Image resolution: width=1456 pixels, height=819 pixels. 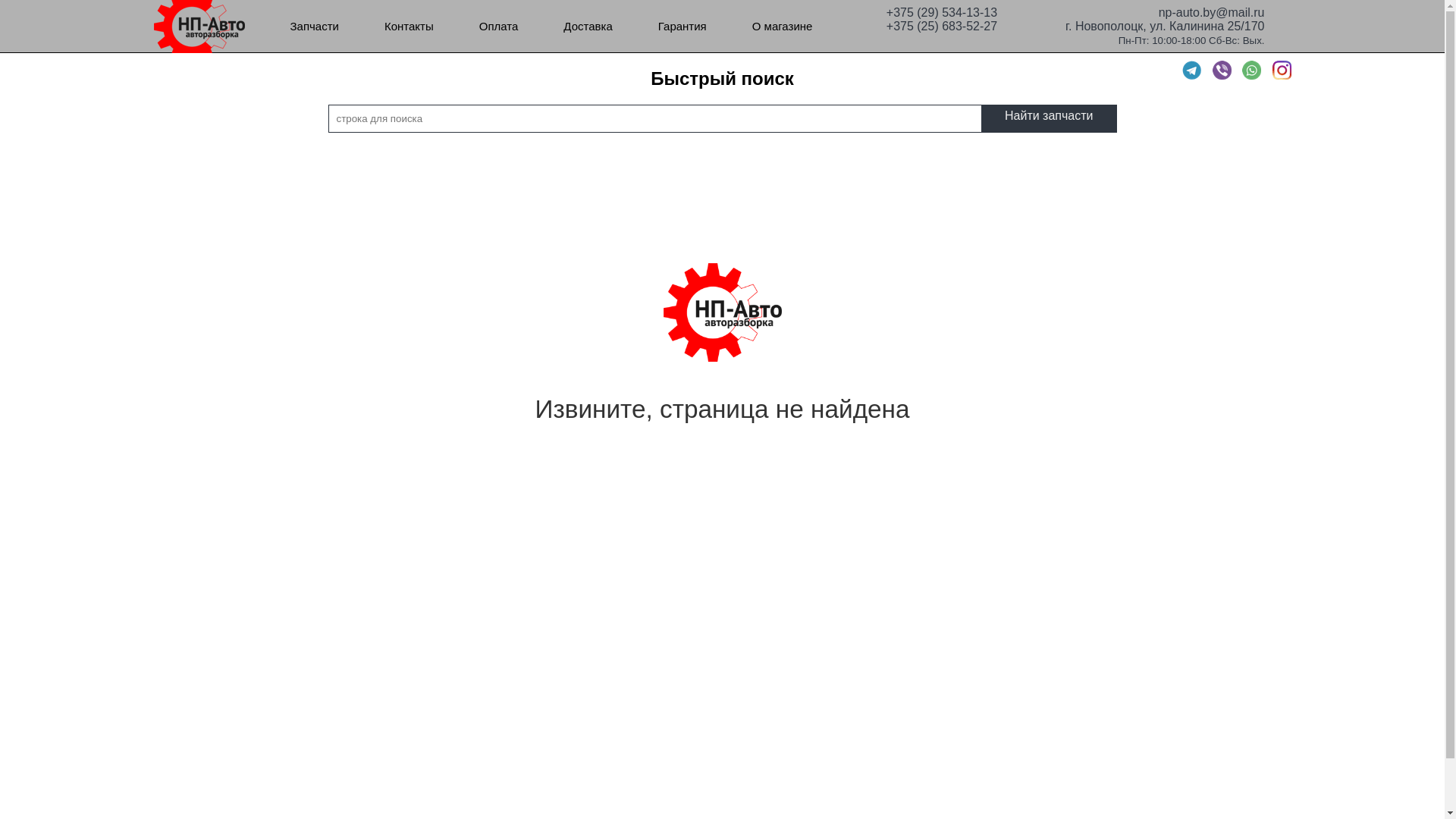 I want to click on '+375 (29) 534-13-13', so click(x=941, y=11).